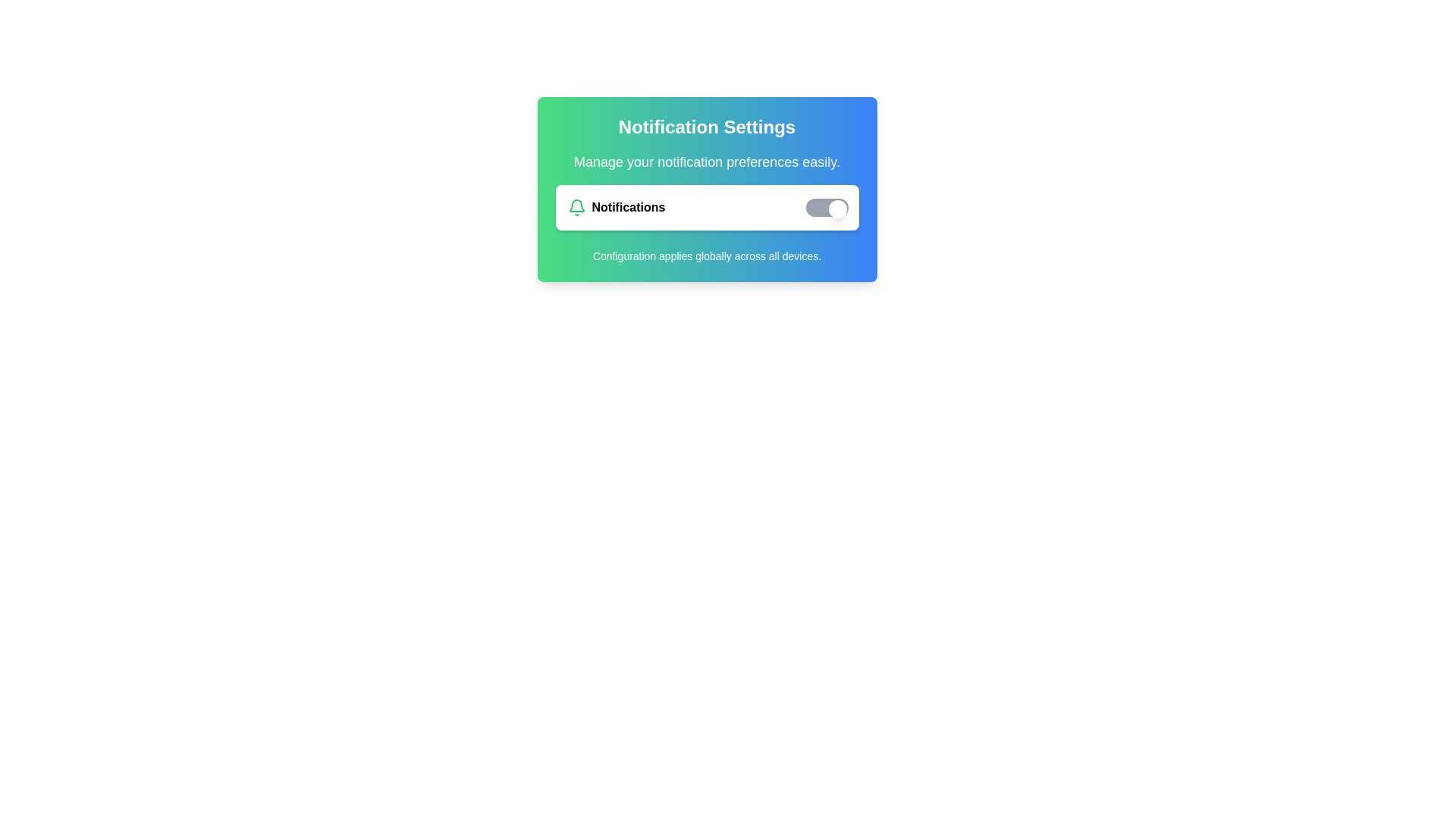 The width and height of the screenshot is (1456, 819). Describe the element at coordinates (706, 256) in the screenshot. I see `the informational label at the bottom of the card interface, which provides details regarding the global scope of the configuration` at that location.